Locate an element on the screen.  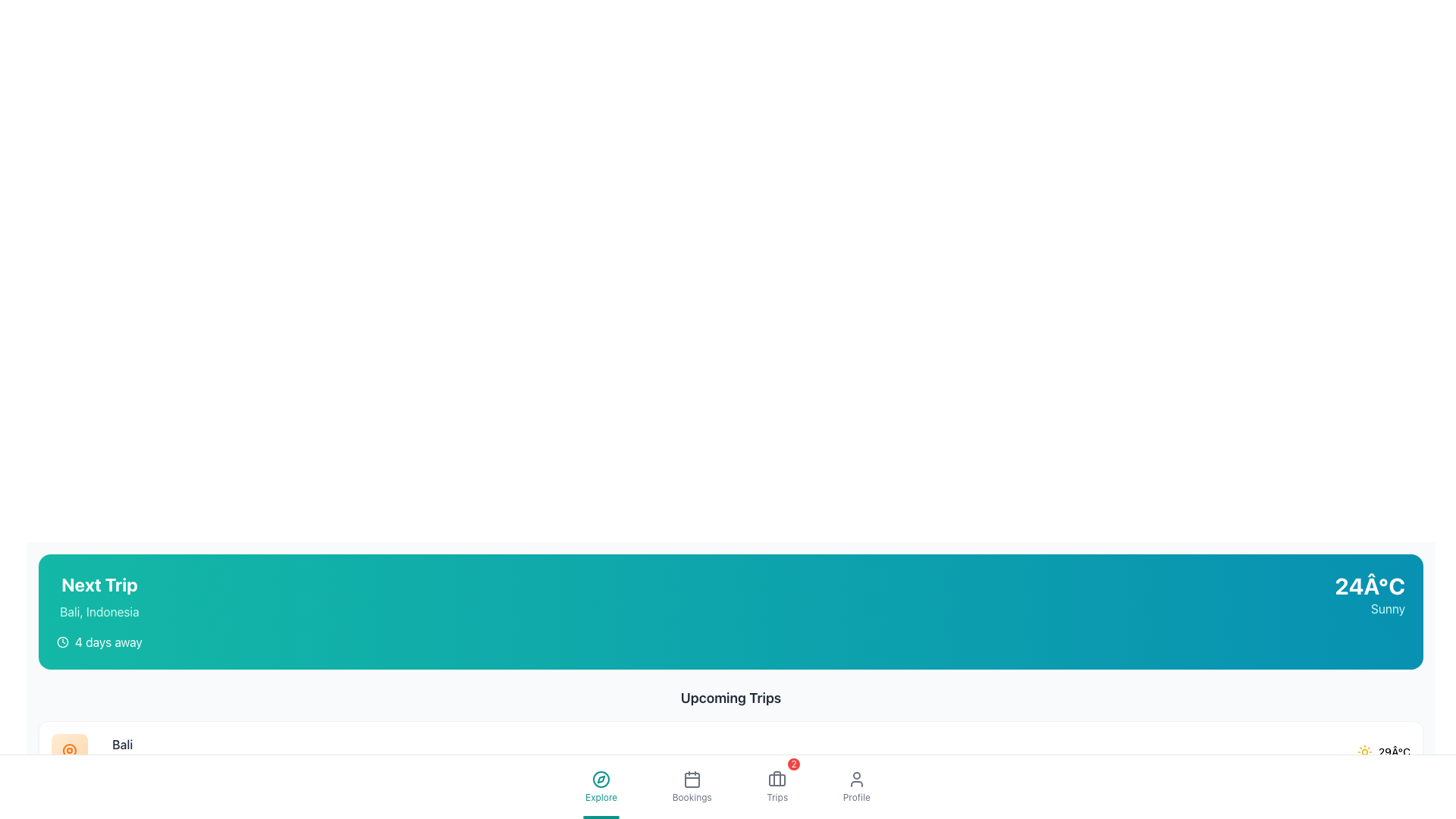
the SVG Rectangle that serves as the base of the calendar icon within the bottom navigation bar, which is centrally positioned in a 24x24 pixel bounding box is located at coordinates (691, 780).